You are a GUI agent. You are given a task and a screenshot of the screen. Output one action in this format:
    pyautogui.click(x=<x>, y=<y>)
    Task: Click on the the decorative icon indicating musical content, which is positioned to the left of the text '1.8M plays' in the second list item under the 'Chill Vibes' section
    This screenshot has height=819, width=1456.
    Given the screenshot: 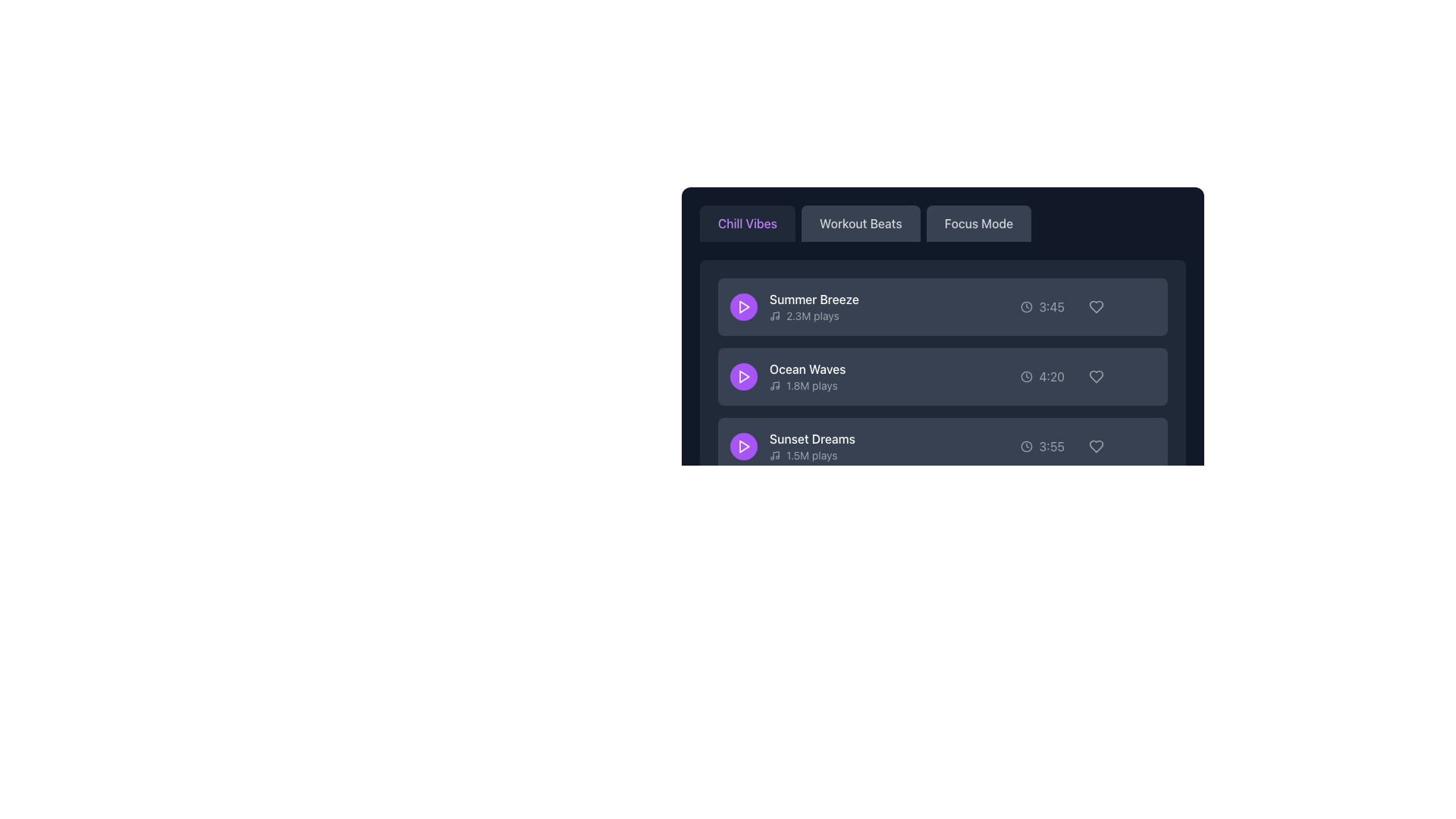 What is the action you would take?
    pyautogui.click(x=775, y=385)
    